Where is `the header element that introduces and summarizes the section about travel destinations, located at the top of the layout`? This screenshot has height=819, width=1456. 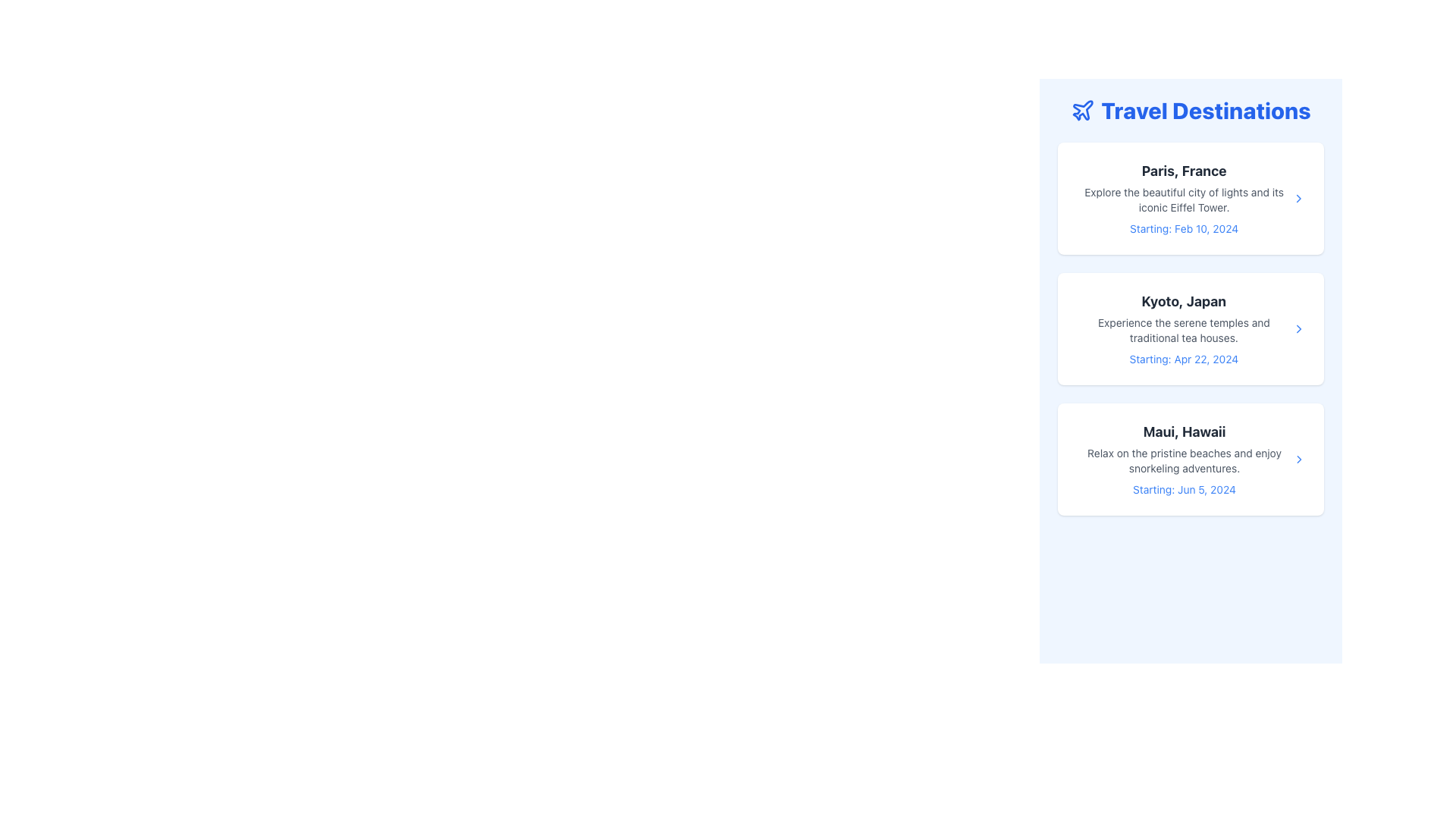 the header element that introduces and summarizes the section about travel destinations, located at the top of the layout is located at coordinates (1190, 110).